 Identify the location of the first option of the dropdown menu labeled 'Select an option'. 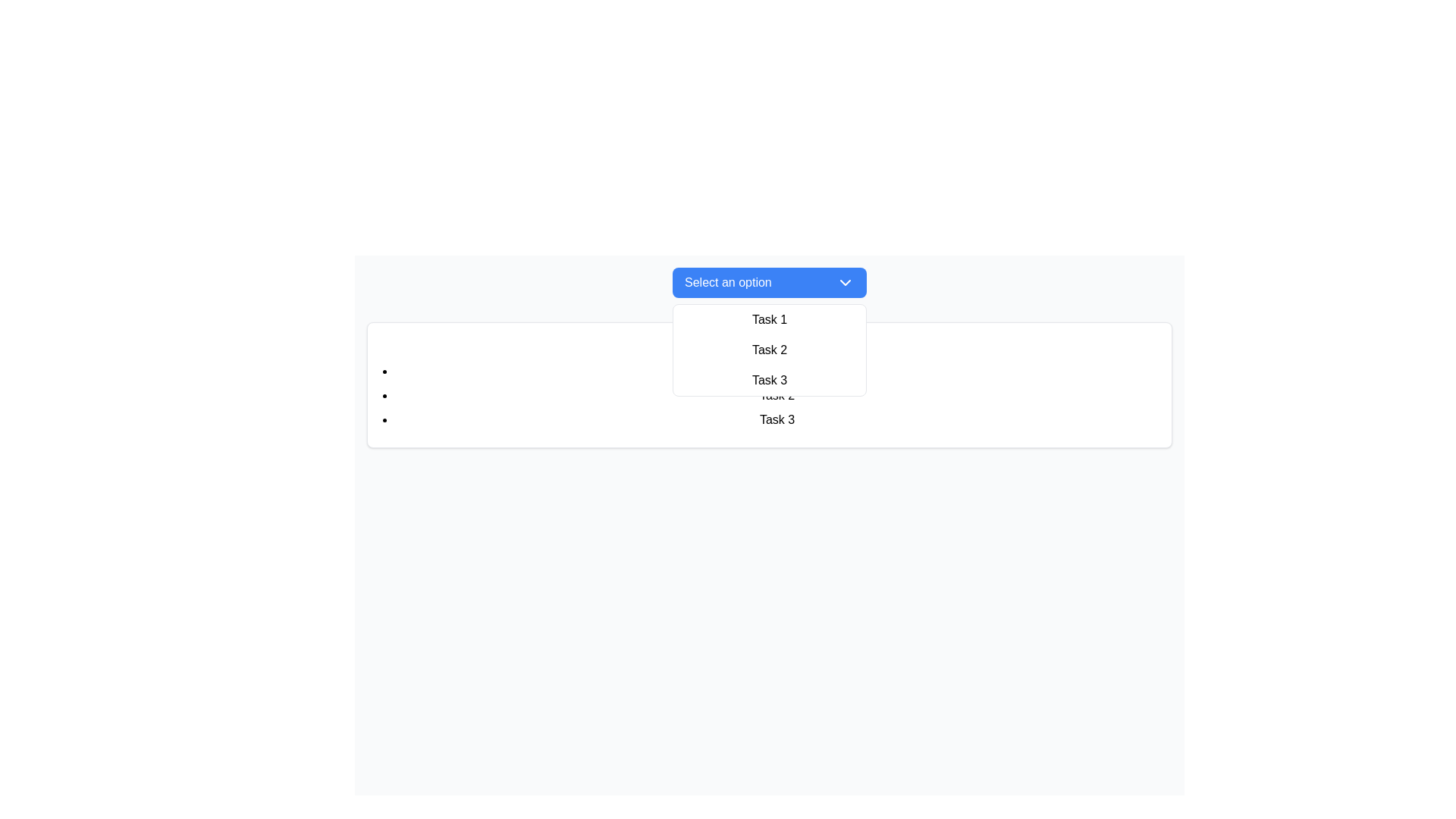
(769, 318).